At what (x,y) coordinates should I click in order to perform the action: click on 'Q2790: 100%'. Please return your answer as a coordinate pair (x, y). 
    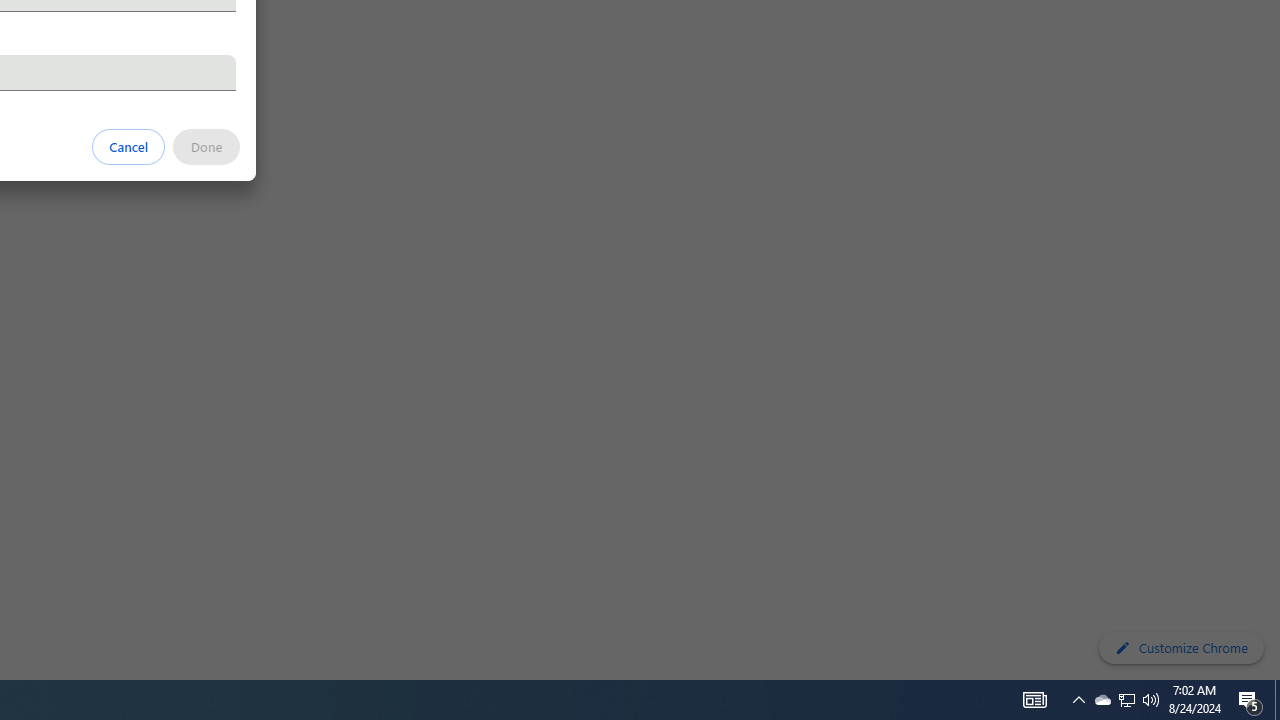
    Looking at the image, I should click on (1151, 698).